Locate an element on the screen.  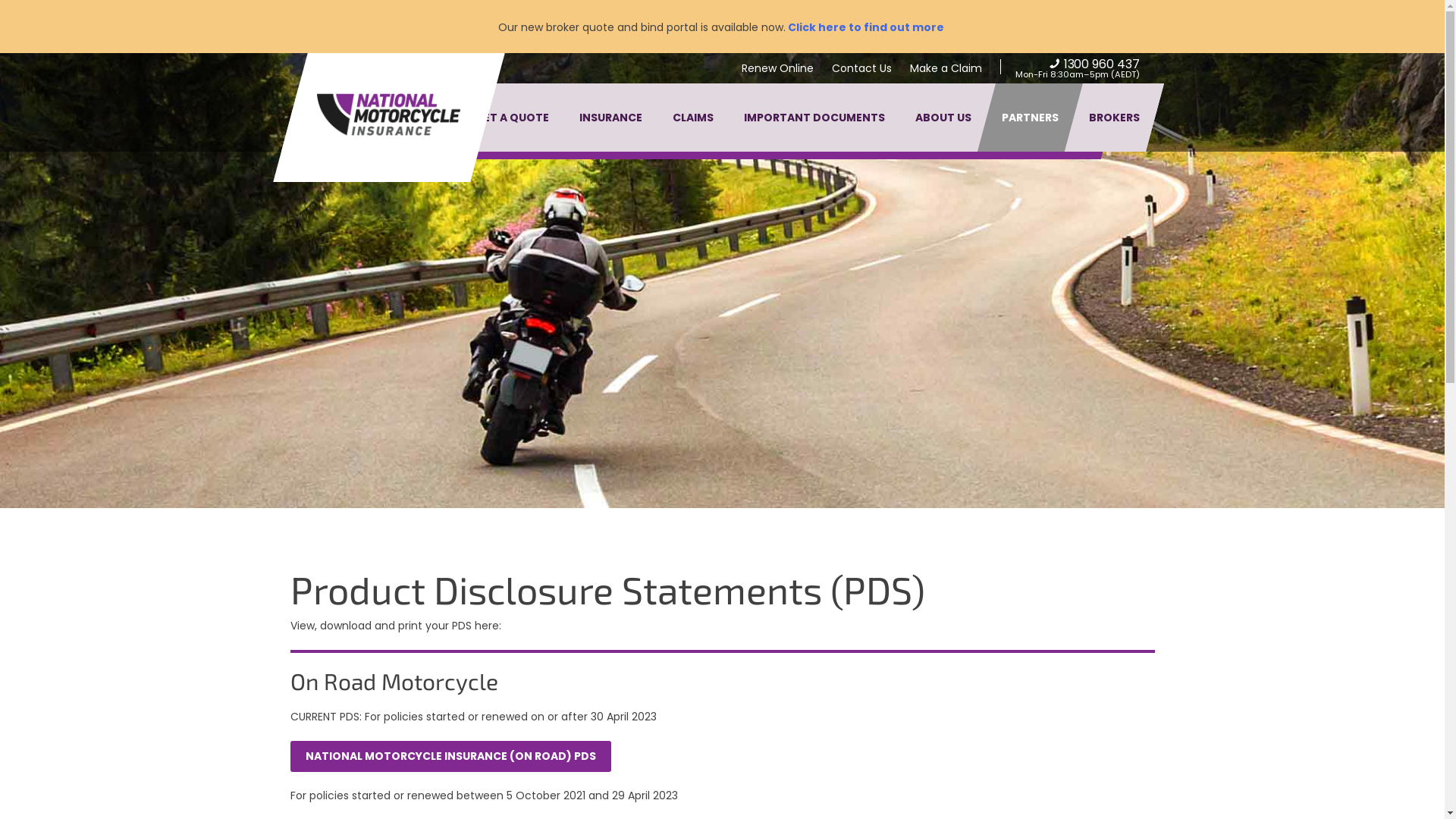
'CLAIMS' is located at coordinates (691, 116).